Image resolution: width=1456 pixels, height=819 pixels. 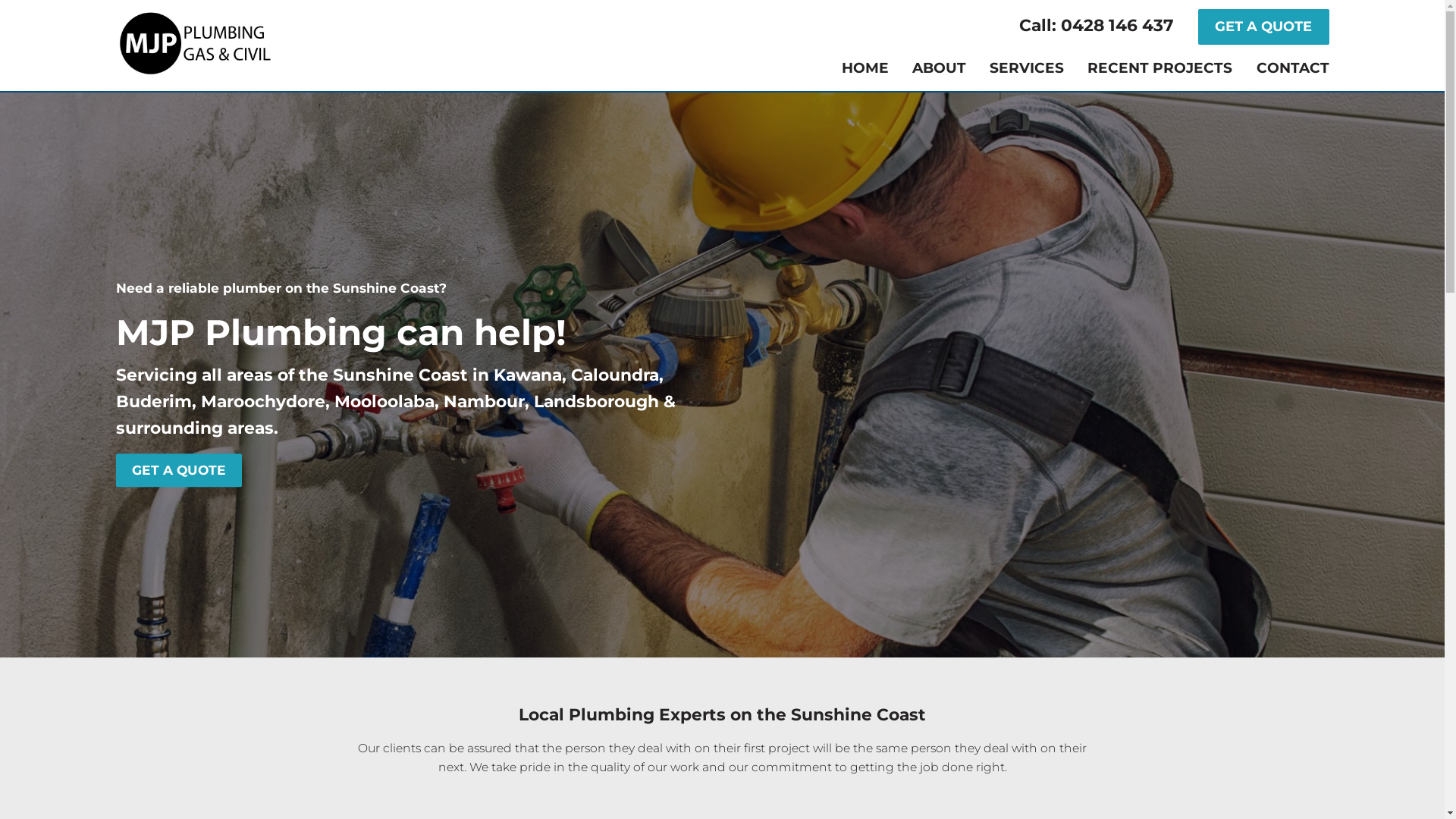 What do you see at coordinates (938, 68) in the screenshot?
I see `'ABOUT'` at bounding box center [938, 68].